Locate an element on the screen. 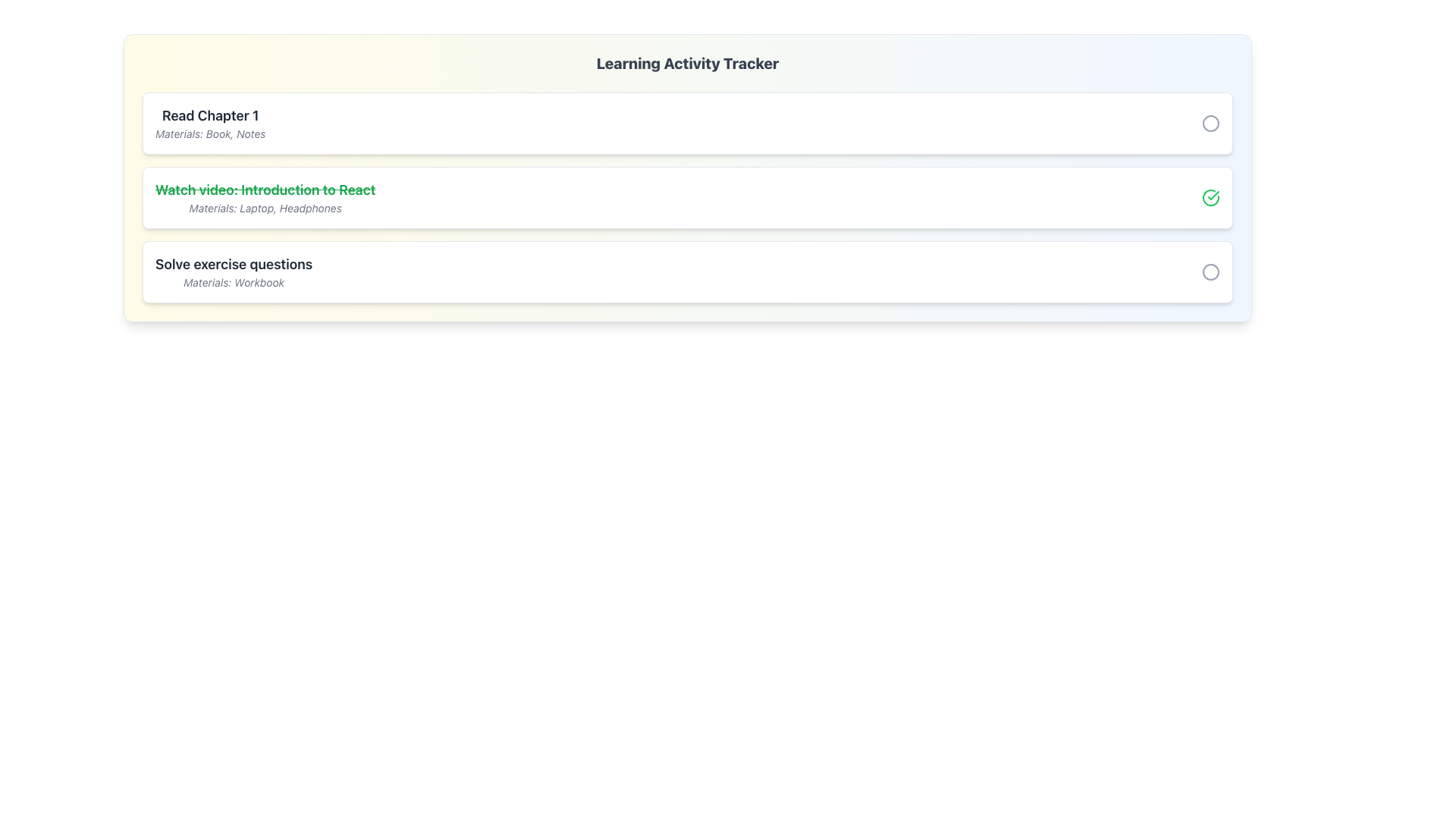 The width and height of the screenshot is (1456, 819). the first list item in the 'Learning Activity Tracker' section that displays a task or activity for the user is located at coordinates (209, 122).